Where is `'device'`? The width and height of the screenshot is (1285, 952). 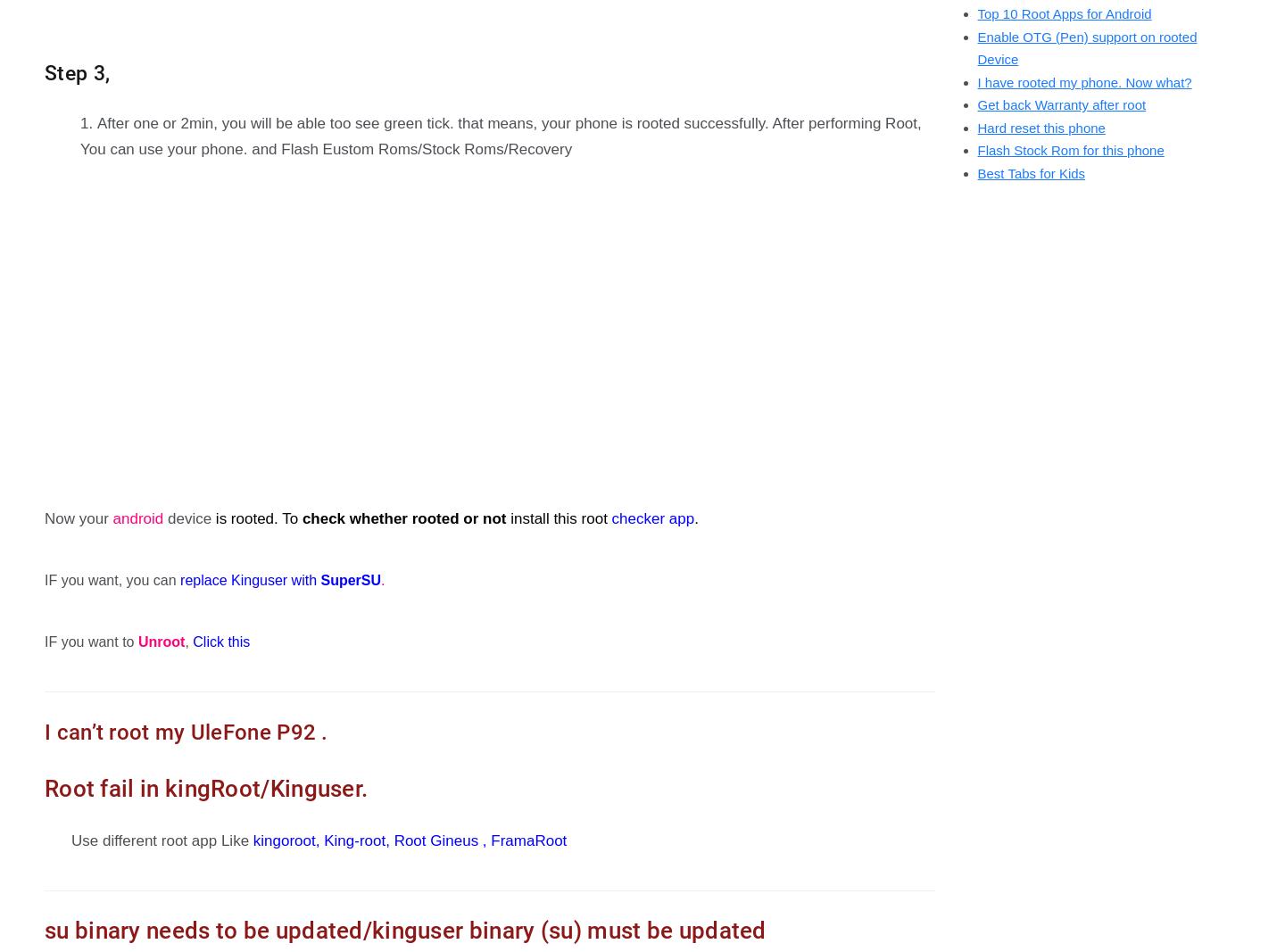
'device' is located at coordinates (187, 518).